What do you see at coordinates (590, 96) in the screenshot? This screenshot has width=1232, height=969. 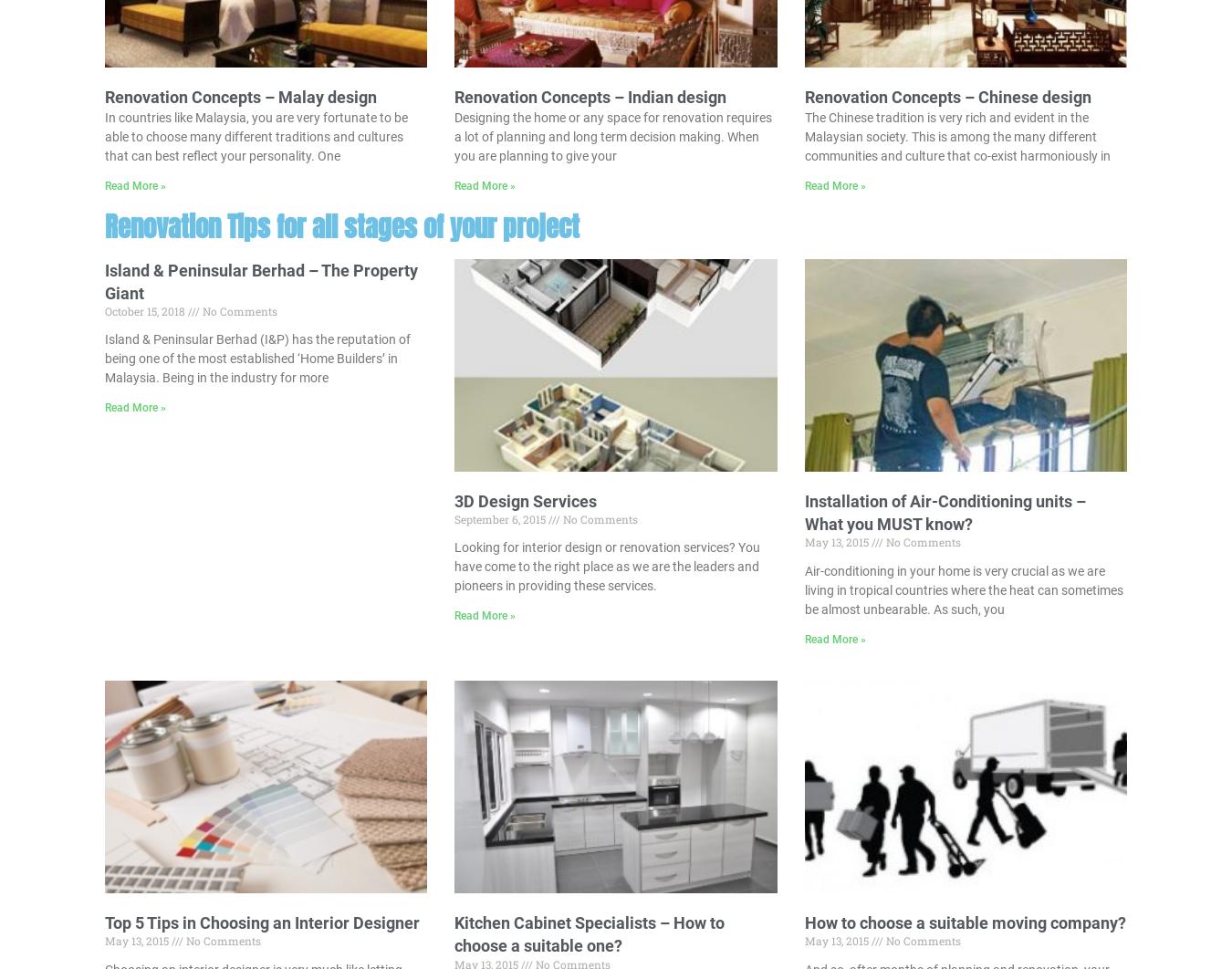 I see `'Renovation Concepts – Indian design'` at bounding box center [590, 96].